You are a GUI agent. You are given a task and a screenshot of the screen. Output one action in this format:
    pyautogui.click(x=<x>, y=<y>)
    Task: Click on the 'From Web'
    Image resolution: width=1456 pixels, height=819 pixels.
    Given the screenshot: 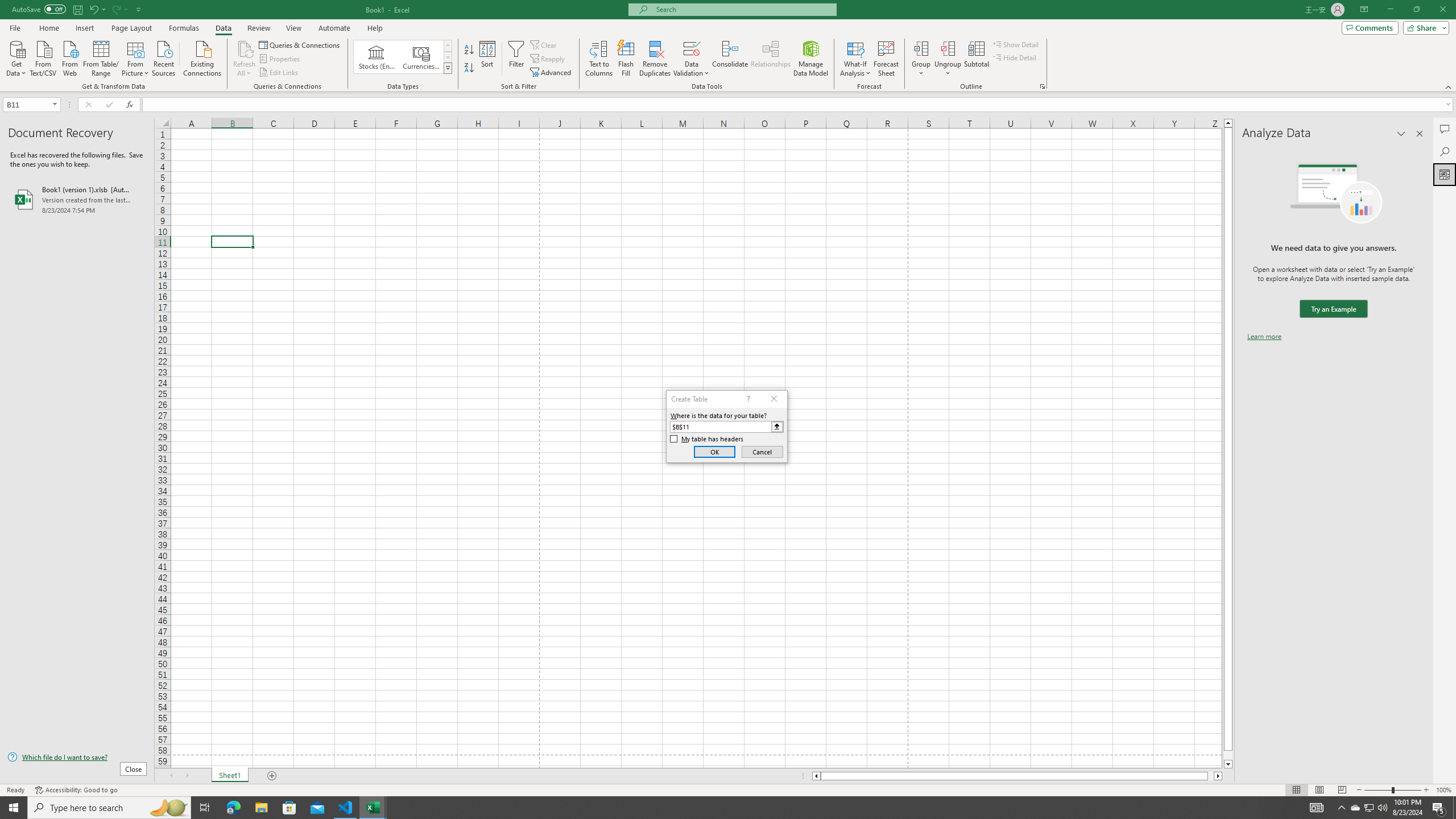 What is the action you would take?
    pyautogui.click(x=69, y=57)
    